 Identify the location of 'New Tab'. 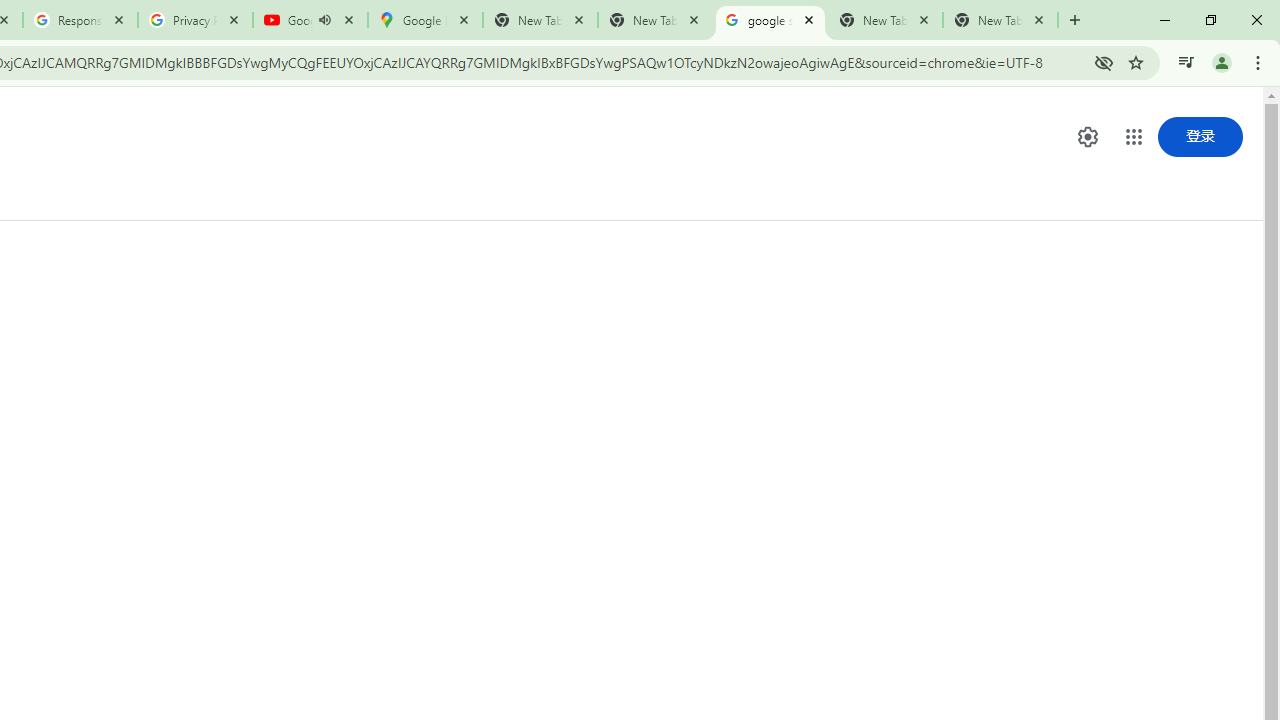
(1000, 20).